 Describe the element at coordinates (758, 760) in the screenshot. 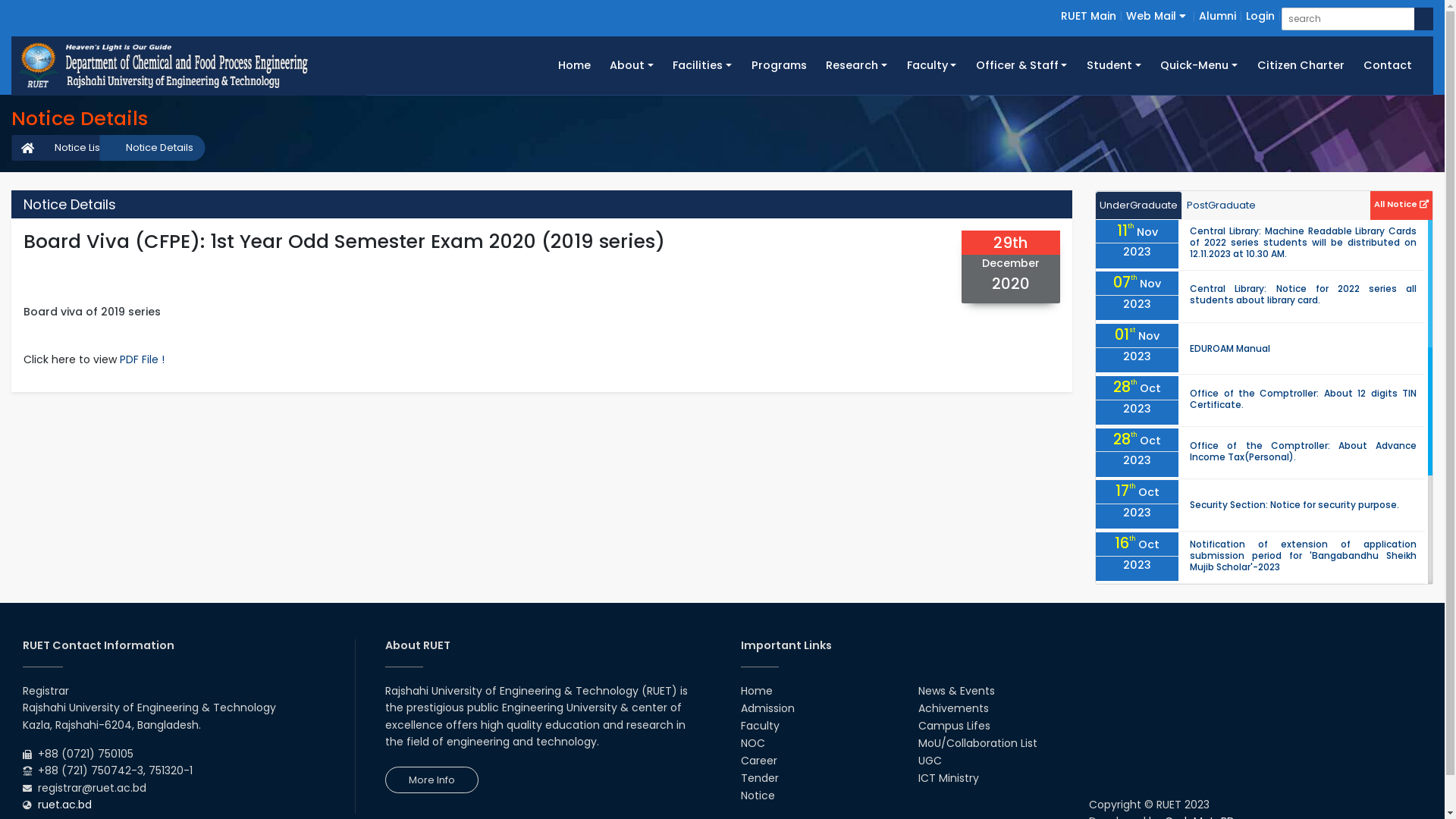

I see `'Career'` at that location.